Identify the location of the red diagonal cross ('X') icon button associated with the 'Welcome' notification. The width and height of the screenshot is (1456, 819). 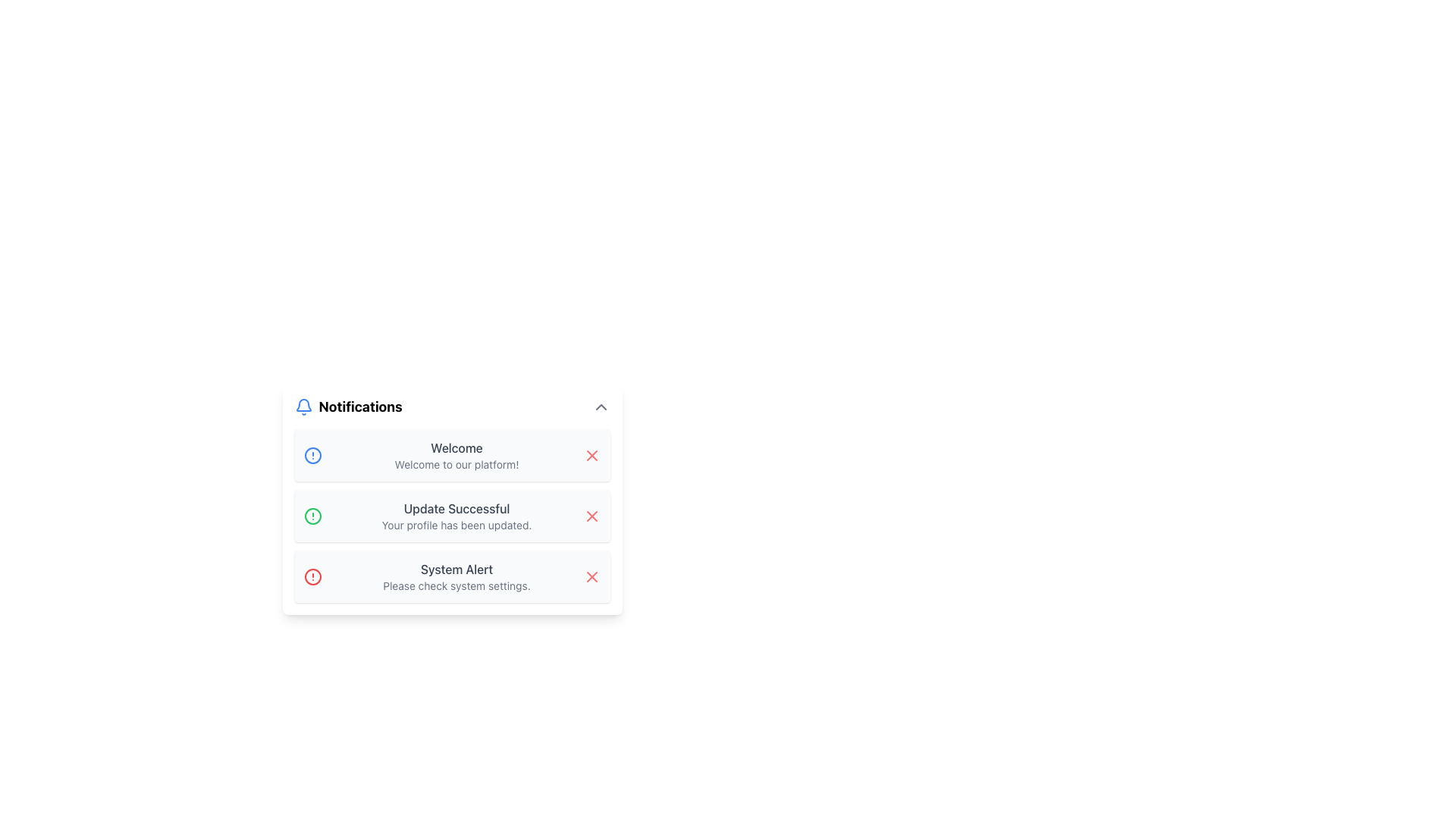
(591, 455).